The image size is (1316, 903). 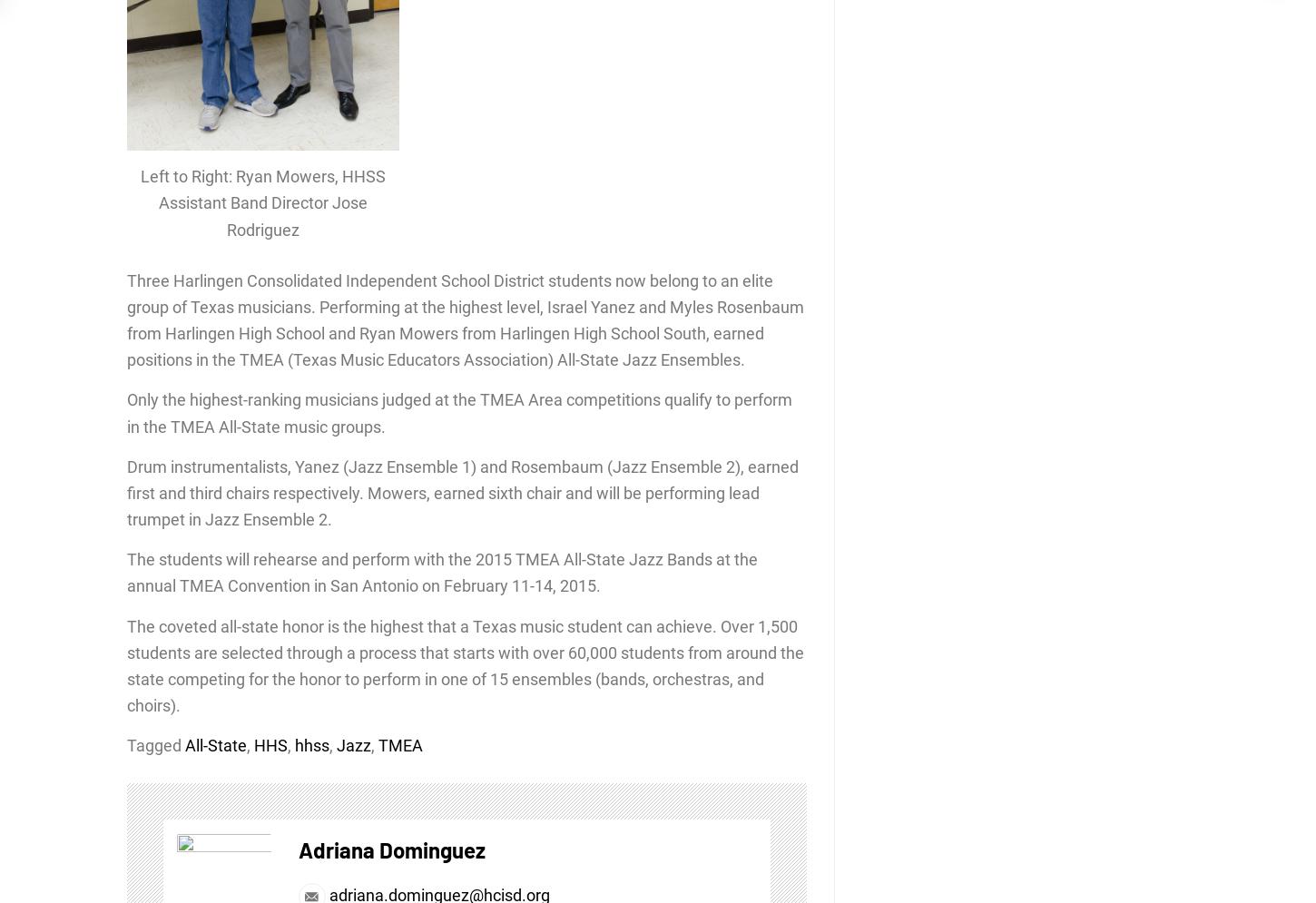 What do you see at coordinates (389, 849) in the screenshot?
I see `'Adriana Dominguez'` at bounding box center [389, 849].